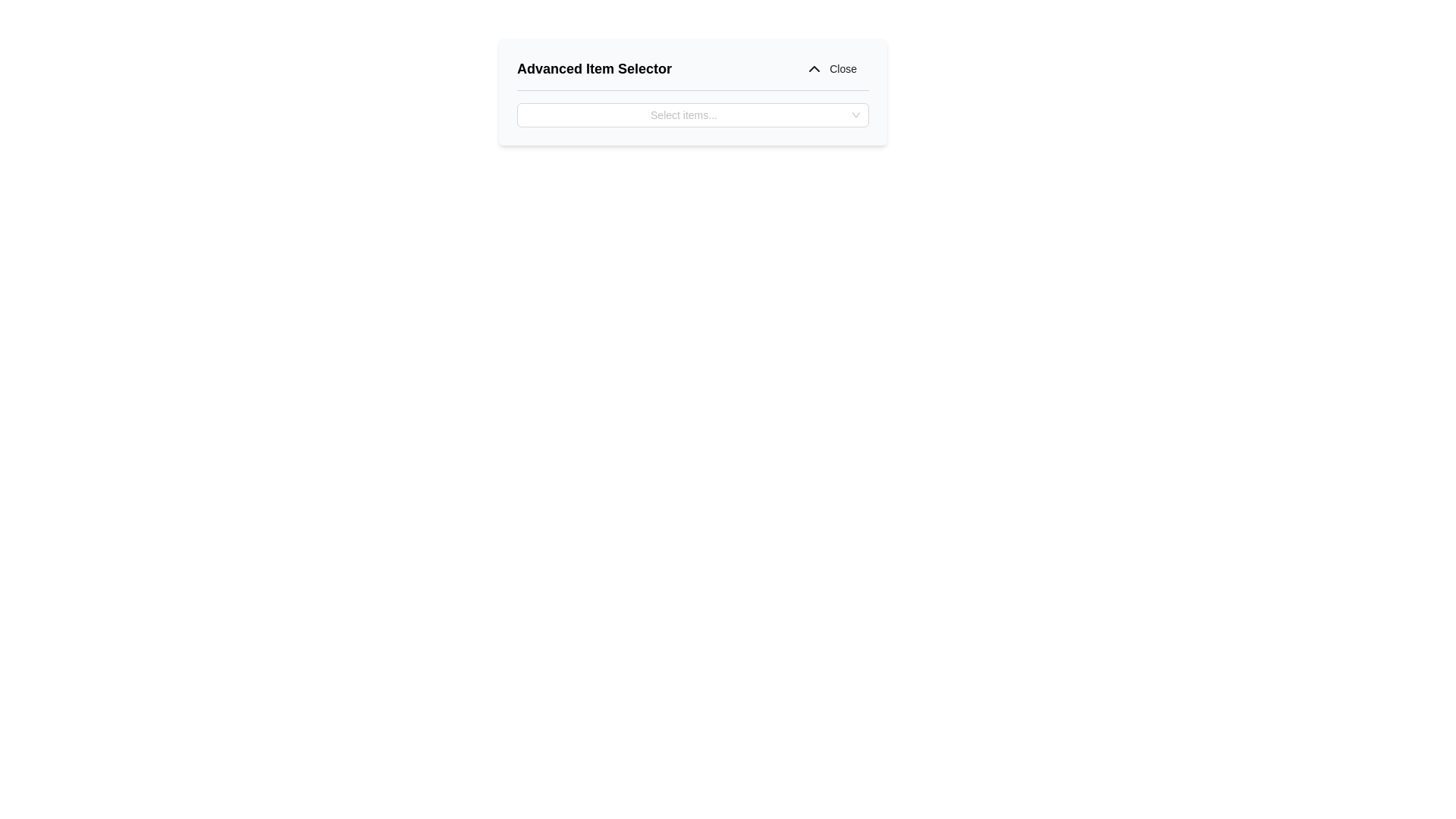 This screenshot has width=1456, height=819. What do you see at coordinates (683, 114) in the screenshot?
I see `the dropdown placeholder text indicating no item has been selected, located inside the 'Advanced Item Selector' dropdown area` at bounding box center [683, 114].